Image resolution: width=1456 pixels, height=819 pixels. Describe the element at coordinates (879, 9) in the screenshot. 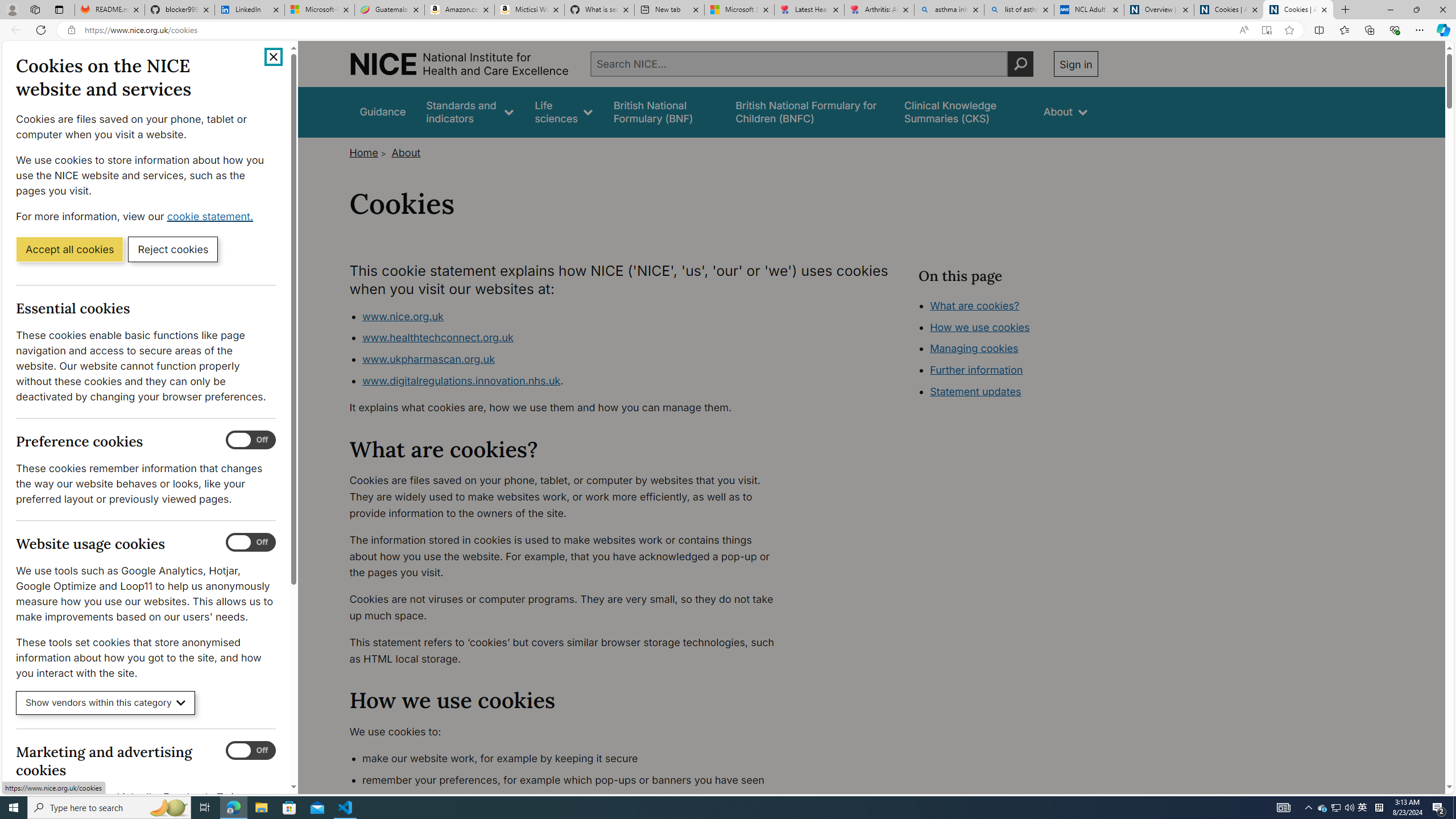

I see `'Arthritis: Ask Health Professionals'` at that location.